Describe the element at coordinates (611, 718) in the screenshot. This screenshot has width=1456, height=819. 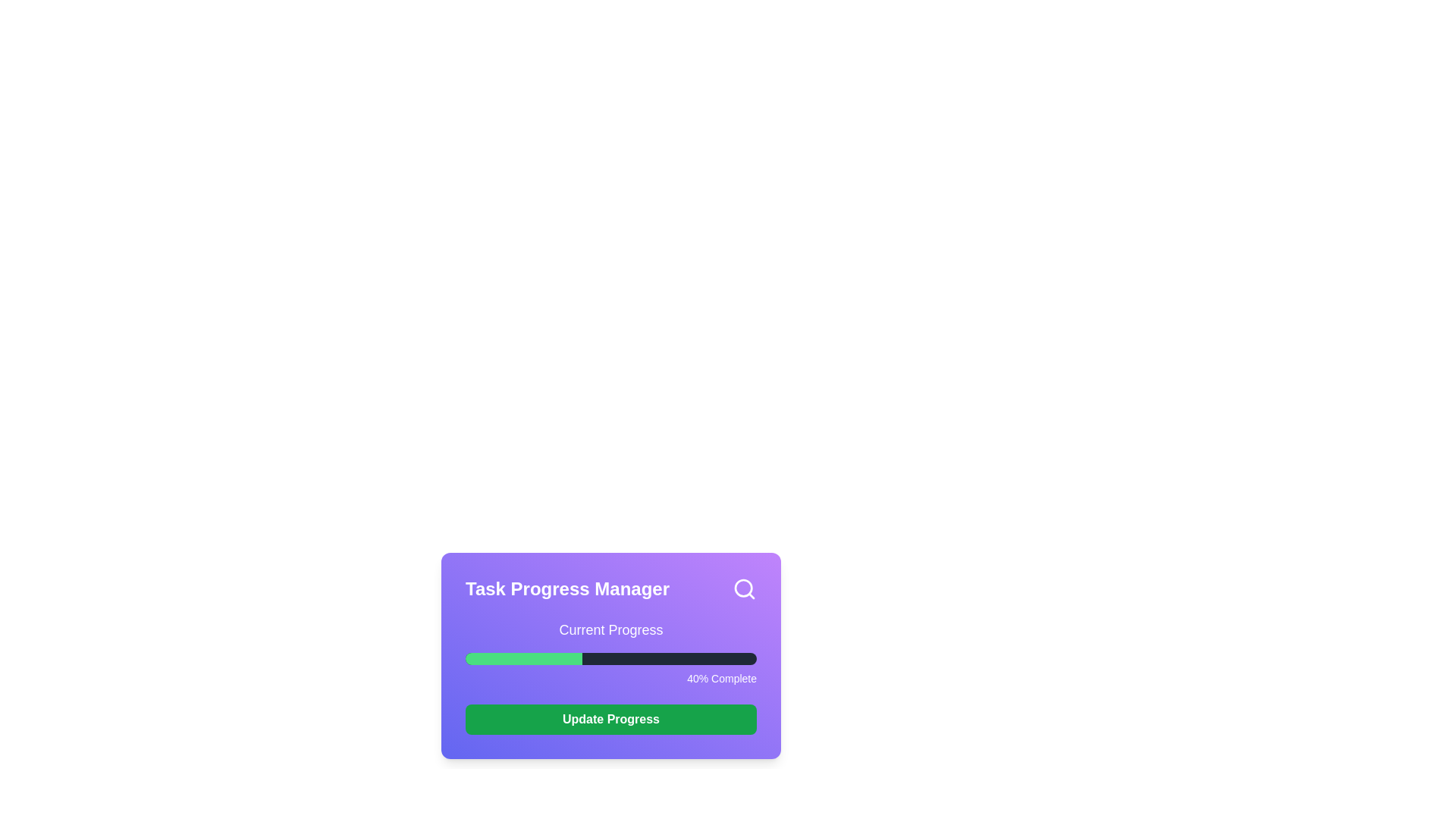
I see `the button located at the bottom of the 'Task Progress Manager' card to update the progress of the associated task` at that location.